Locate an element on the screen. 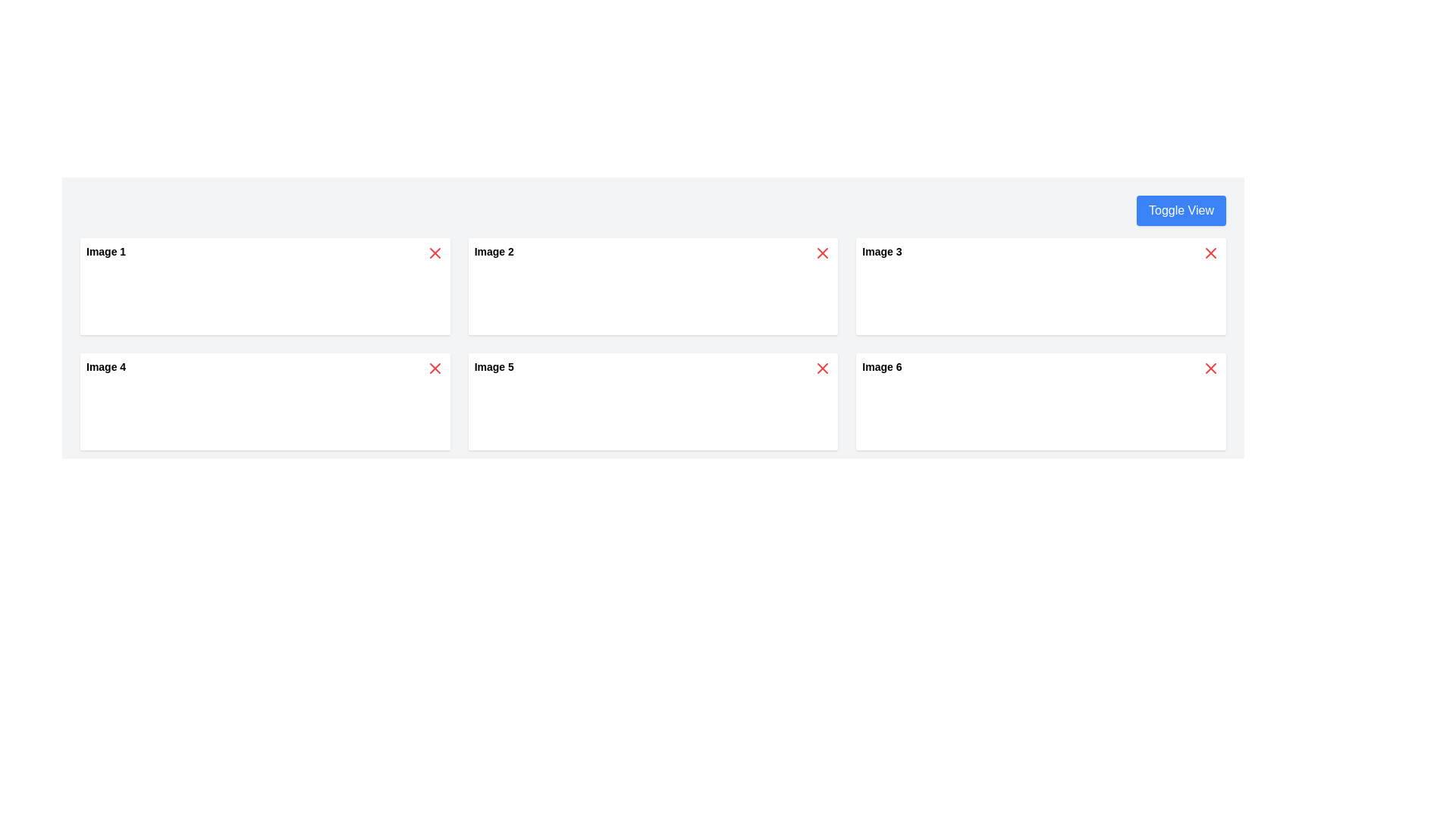 This screenshot has height=819, width=1456. the label indicating 'Image 3' located in the top-left corner of the third card in the grid layout is located at coordinates (882, 250).